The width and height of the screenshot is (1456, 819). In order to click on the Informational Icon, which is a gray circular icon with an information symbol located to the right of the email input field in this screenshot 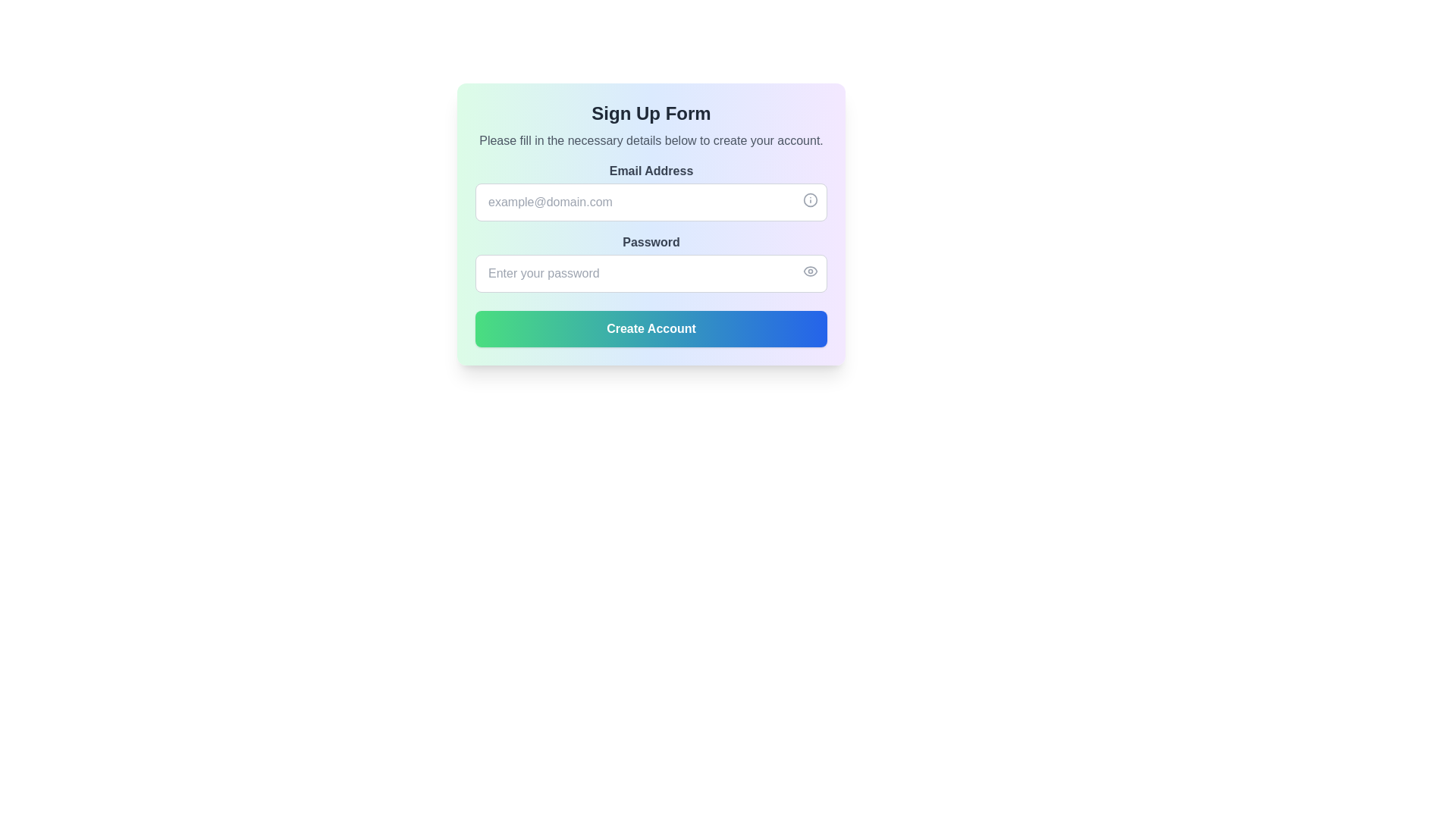, I will do `click(810, 199)`.